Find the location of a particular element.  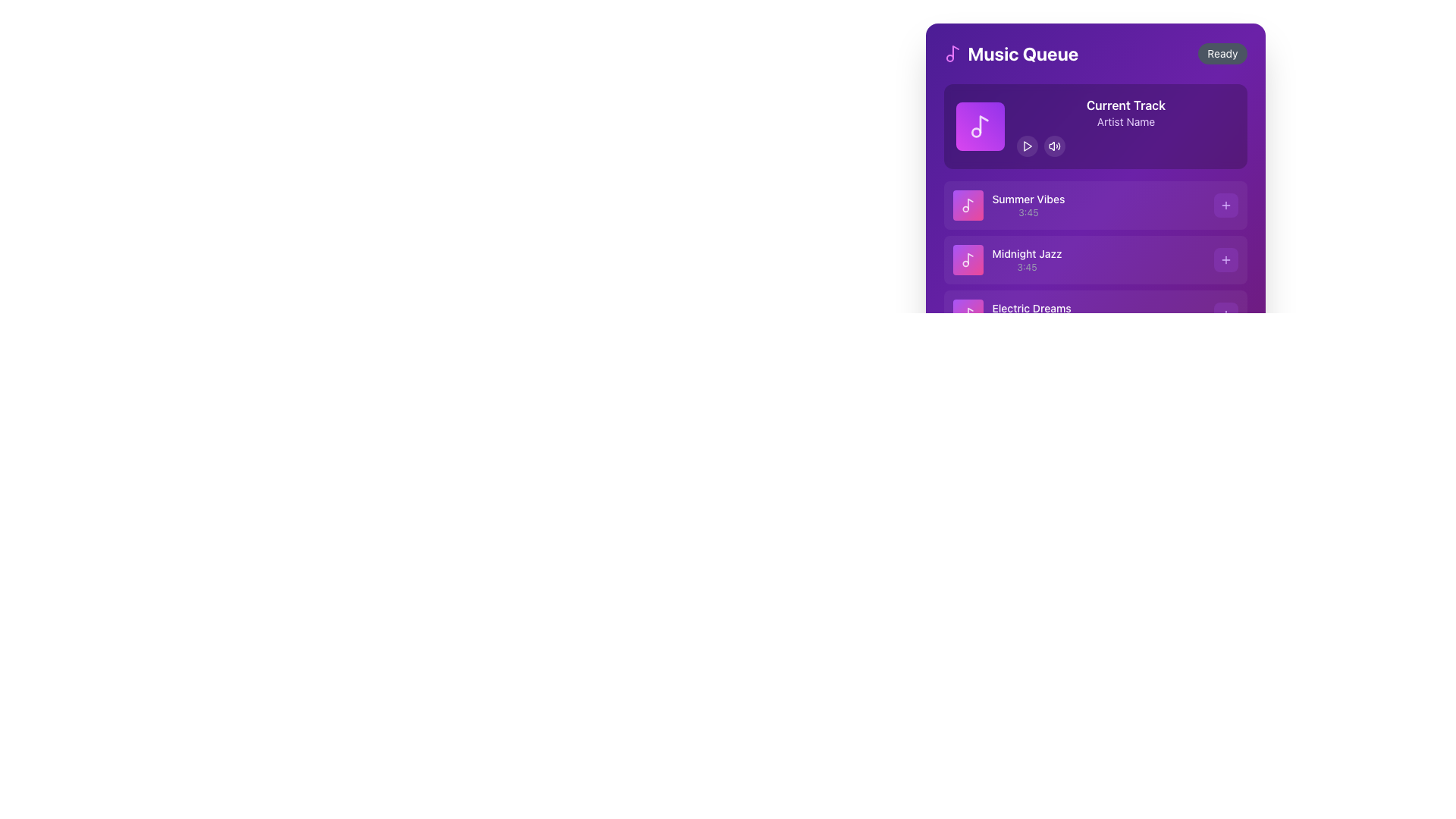

the square-shaped music note icon with a gradient background transitioning from purple to pink, located to the left of the text 'Summer Vibes' and '3:45' is located at coordinates (967, 205).